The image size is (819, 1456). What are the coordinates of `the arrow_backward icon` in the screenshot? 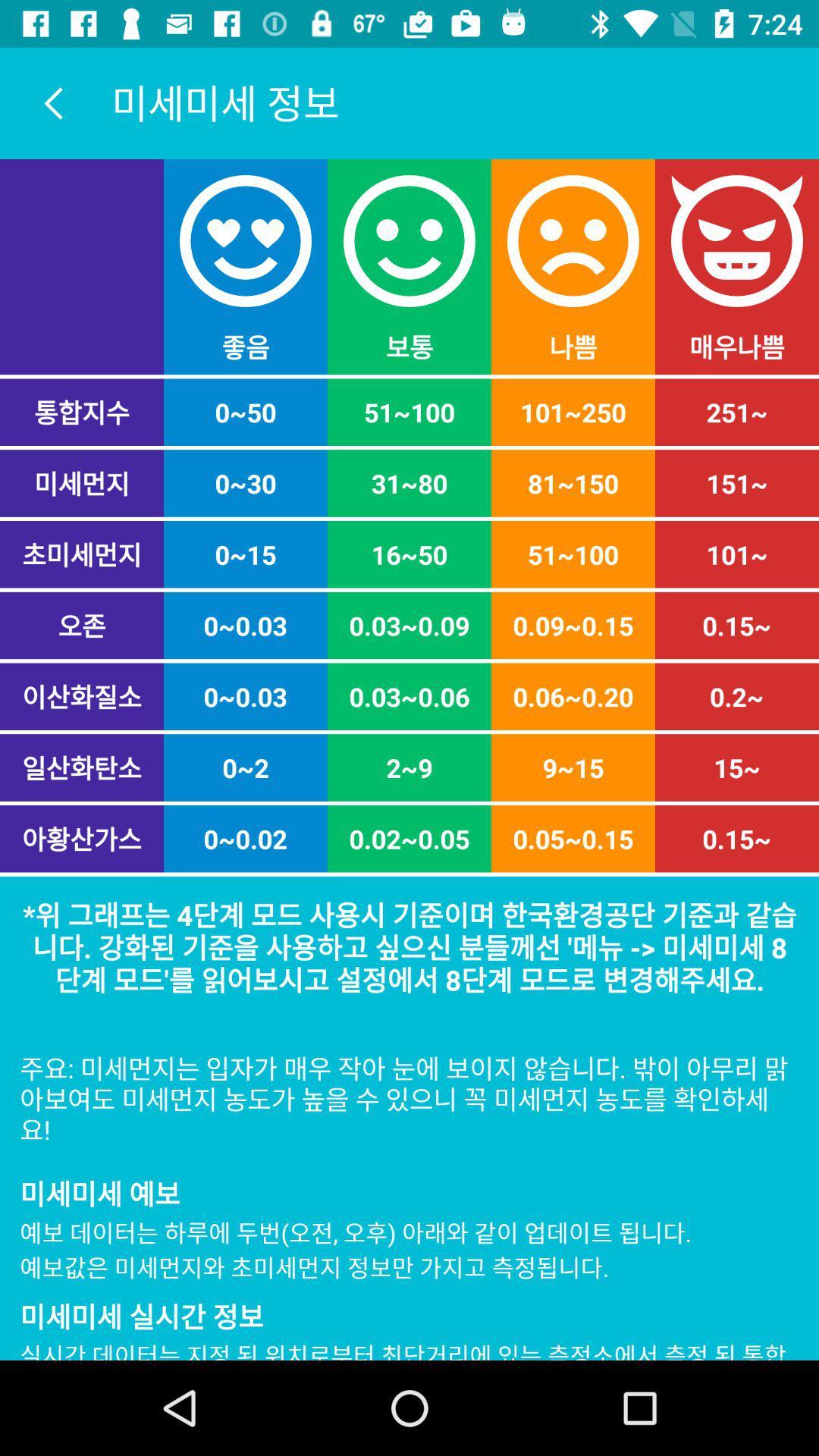 It's located at (55, 102).